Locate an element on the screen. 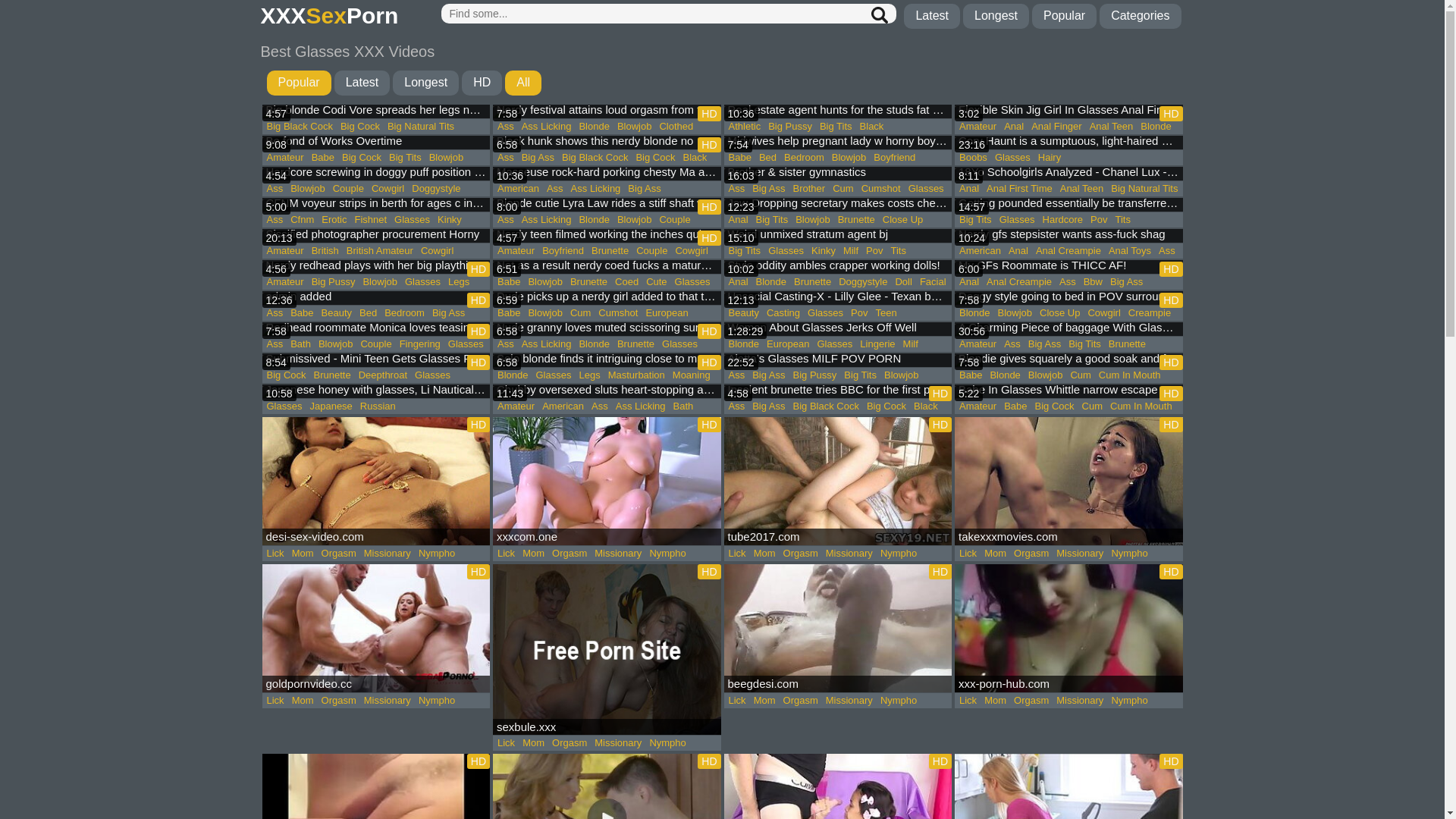 The height and width of the screenshot is (819, 1456). 'British' is located at coordinates (324, 250).